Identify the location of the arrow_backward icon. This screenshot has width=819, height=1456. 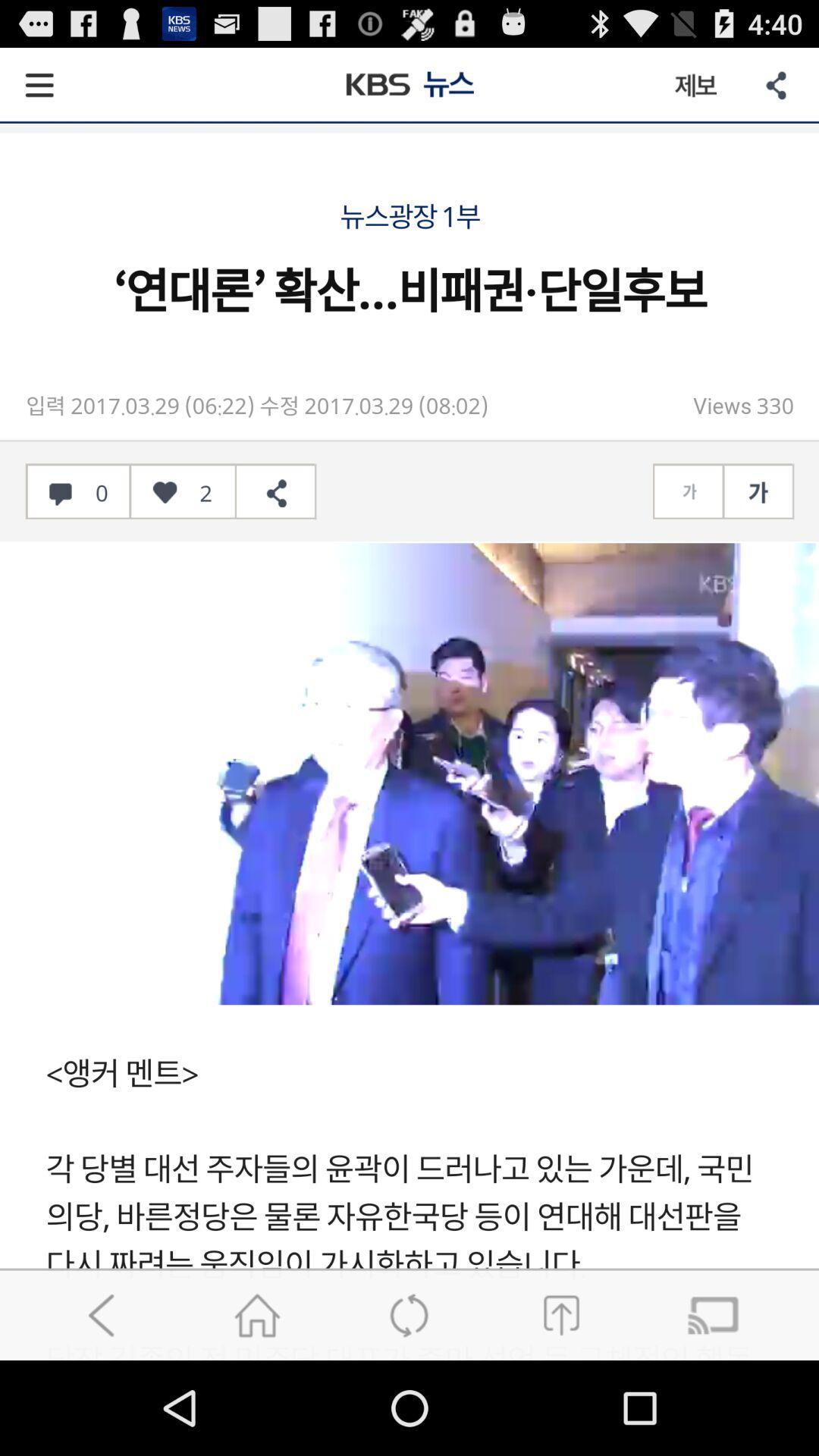
(105, 1407).